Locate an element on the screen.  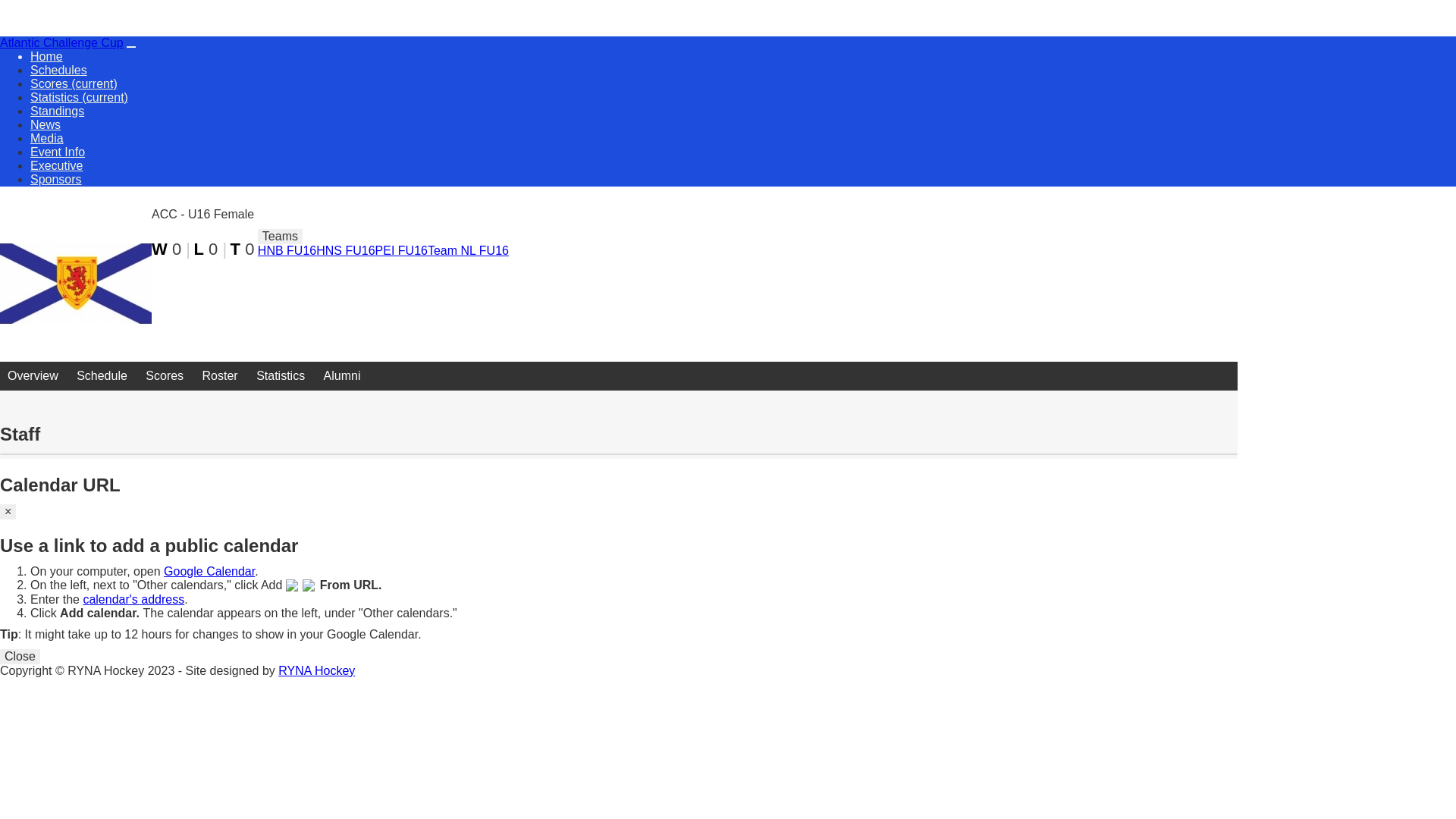
'Sponsors' is located at coordinates (30, 178).